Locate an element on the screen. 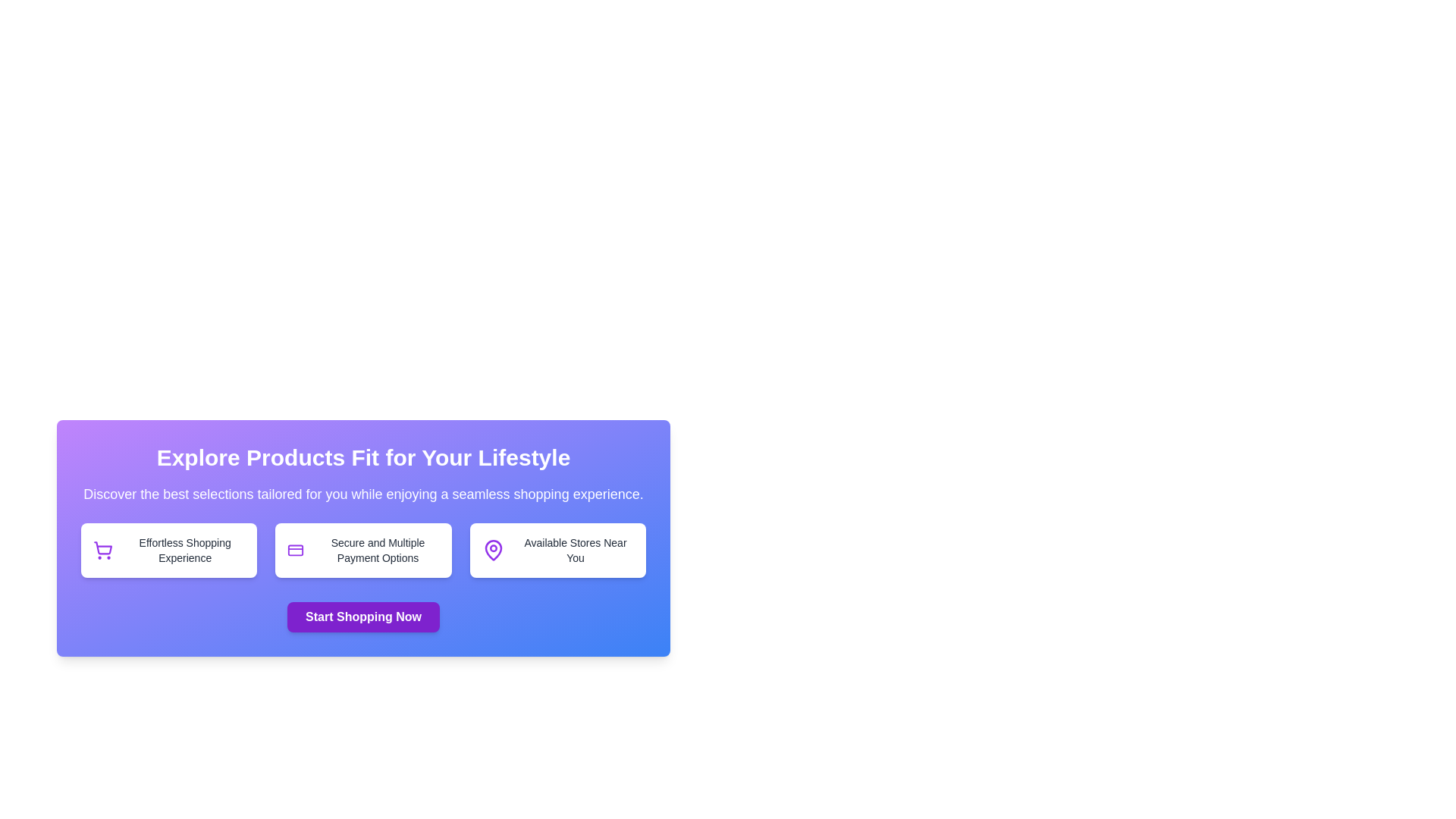 The height and width of the screenshot is (819, 1456). the text label displaying 'Effortless Shopping Experience' that is styled in a small font, dark gray color, and located in the first card of the informational row, aligned to the right of the shopping cart icon is located at coordinates (184, 550).